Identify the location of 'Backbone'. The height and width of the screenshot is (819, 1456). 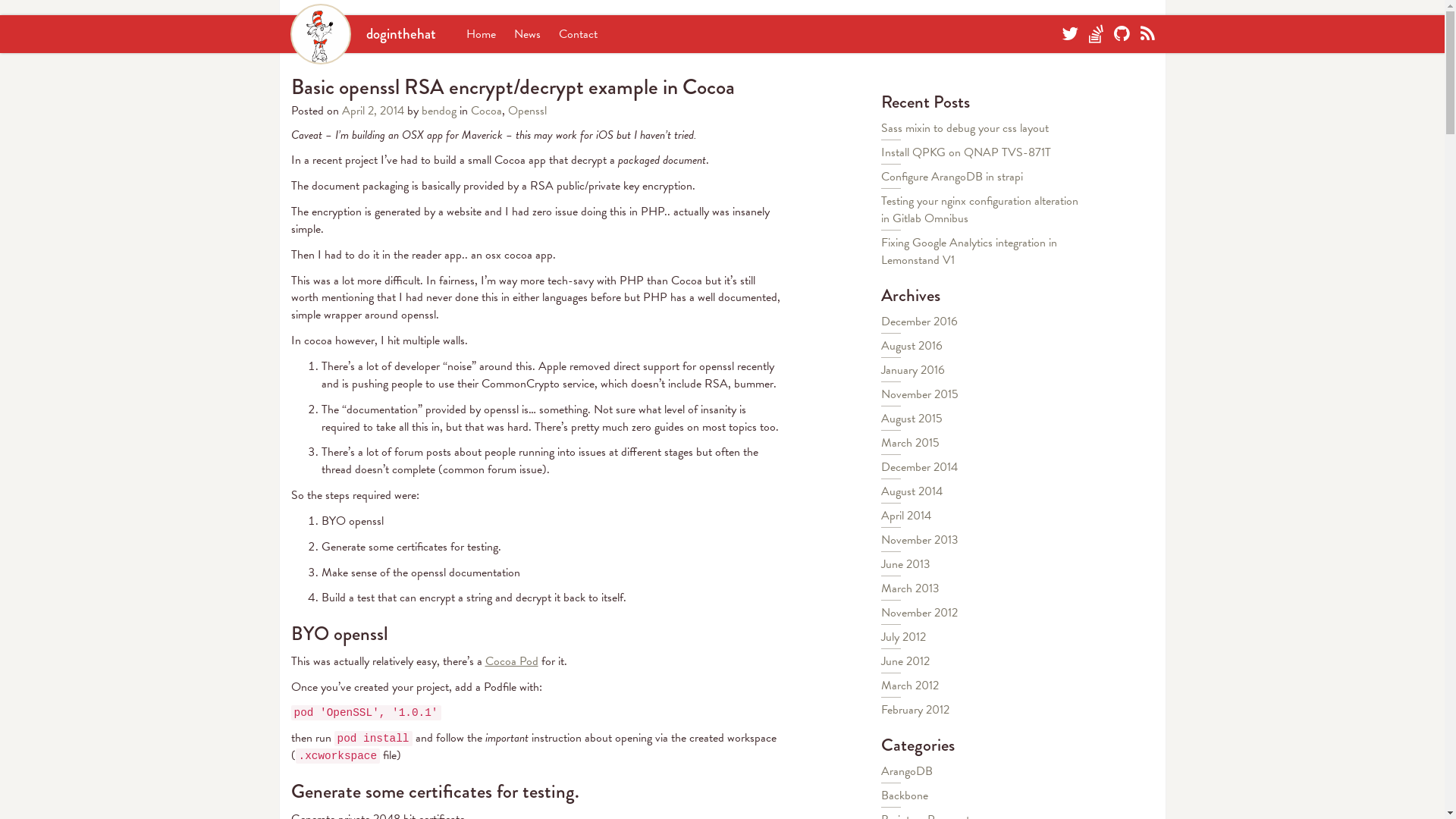
(905, 795).